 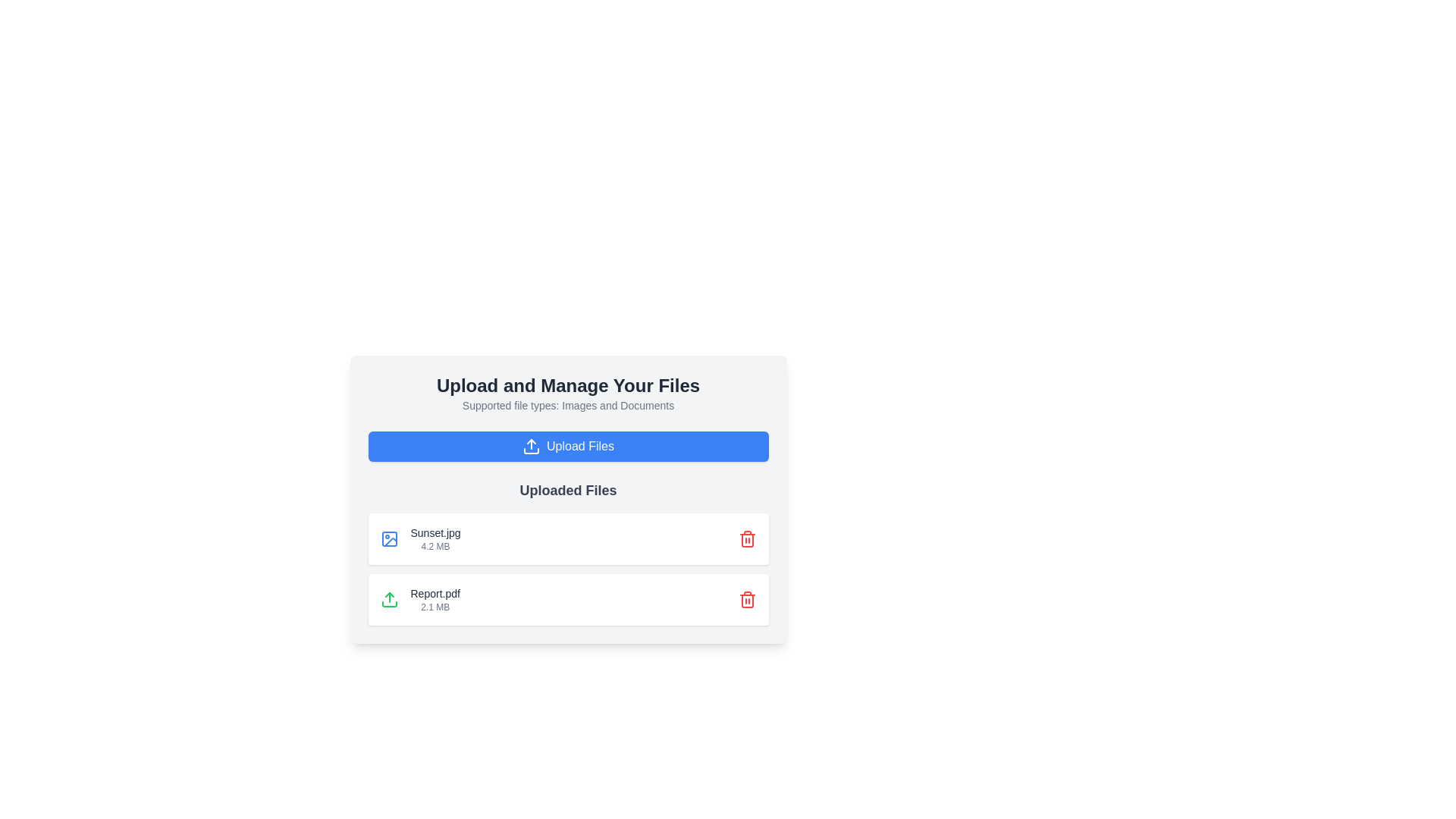 I want to click on the 'Report.pdf' file item in the uploaded files list, so click(x=420, y=598).